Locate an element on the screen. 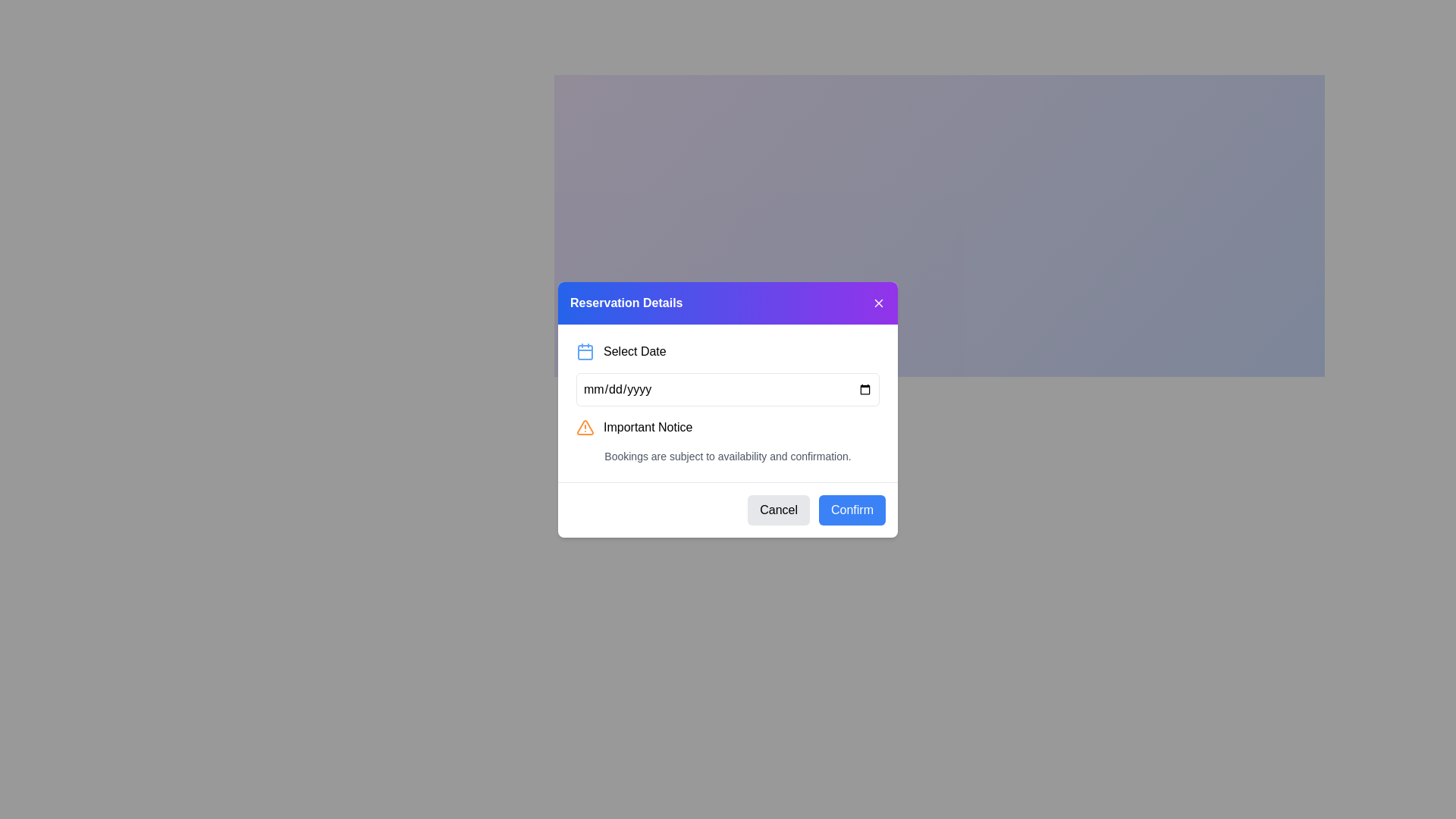 This screenshot has height=819, width=1456. the header bar displaying 'Reservation Details' with a blue to purple gradient by moving the cursor to its center is located at coordinates (728, 303).